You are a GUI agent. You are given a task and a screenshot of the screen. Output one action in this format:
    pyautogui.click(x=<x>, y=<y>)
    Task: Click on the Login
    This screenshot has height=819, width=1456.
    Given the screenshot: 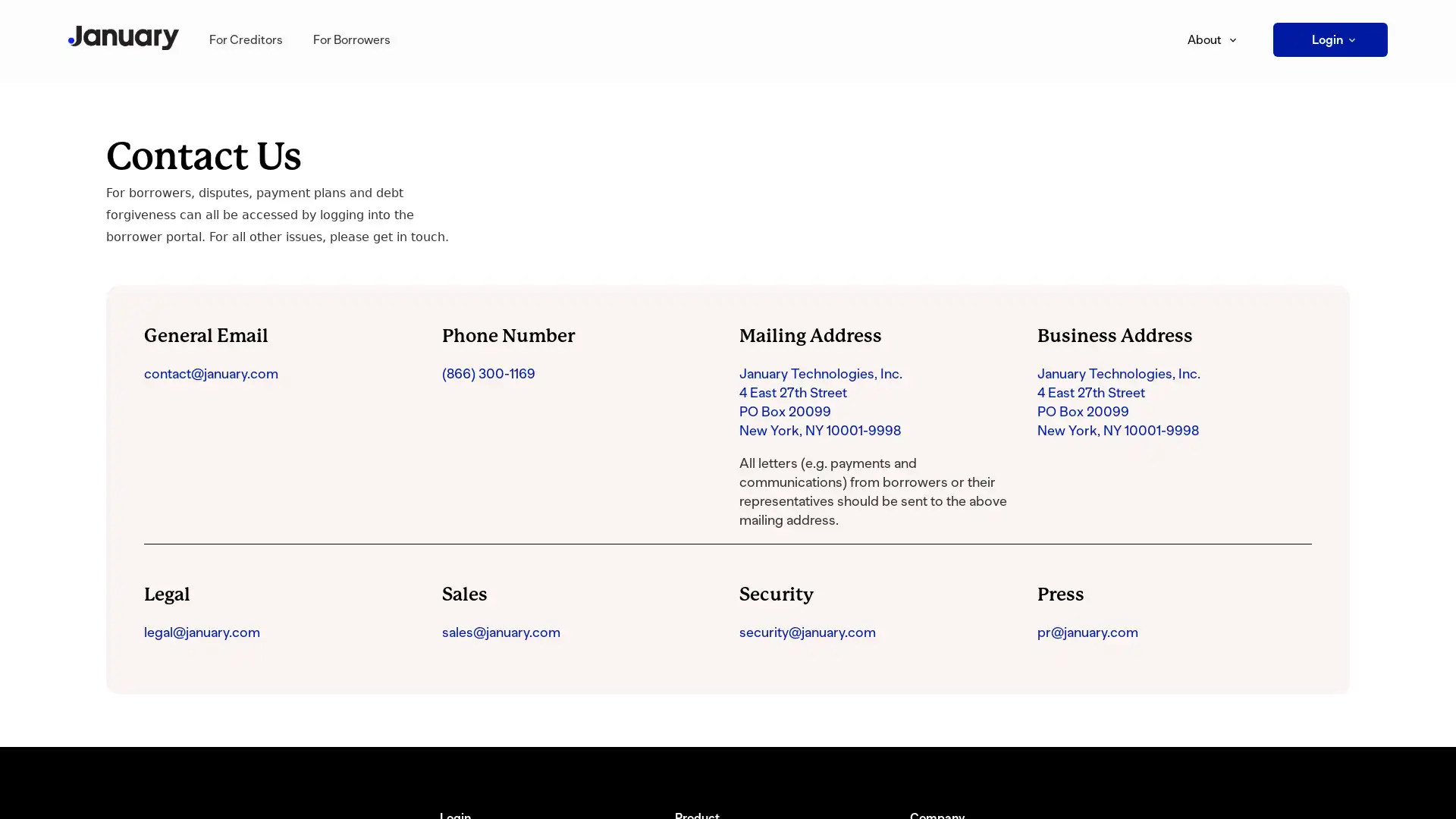 What is the action you would take?
    pyautogui.click(x=1329, y=39)
    